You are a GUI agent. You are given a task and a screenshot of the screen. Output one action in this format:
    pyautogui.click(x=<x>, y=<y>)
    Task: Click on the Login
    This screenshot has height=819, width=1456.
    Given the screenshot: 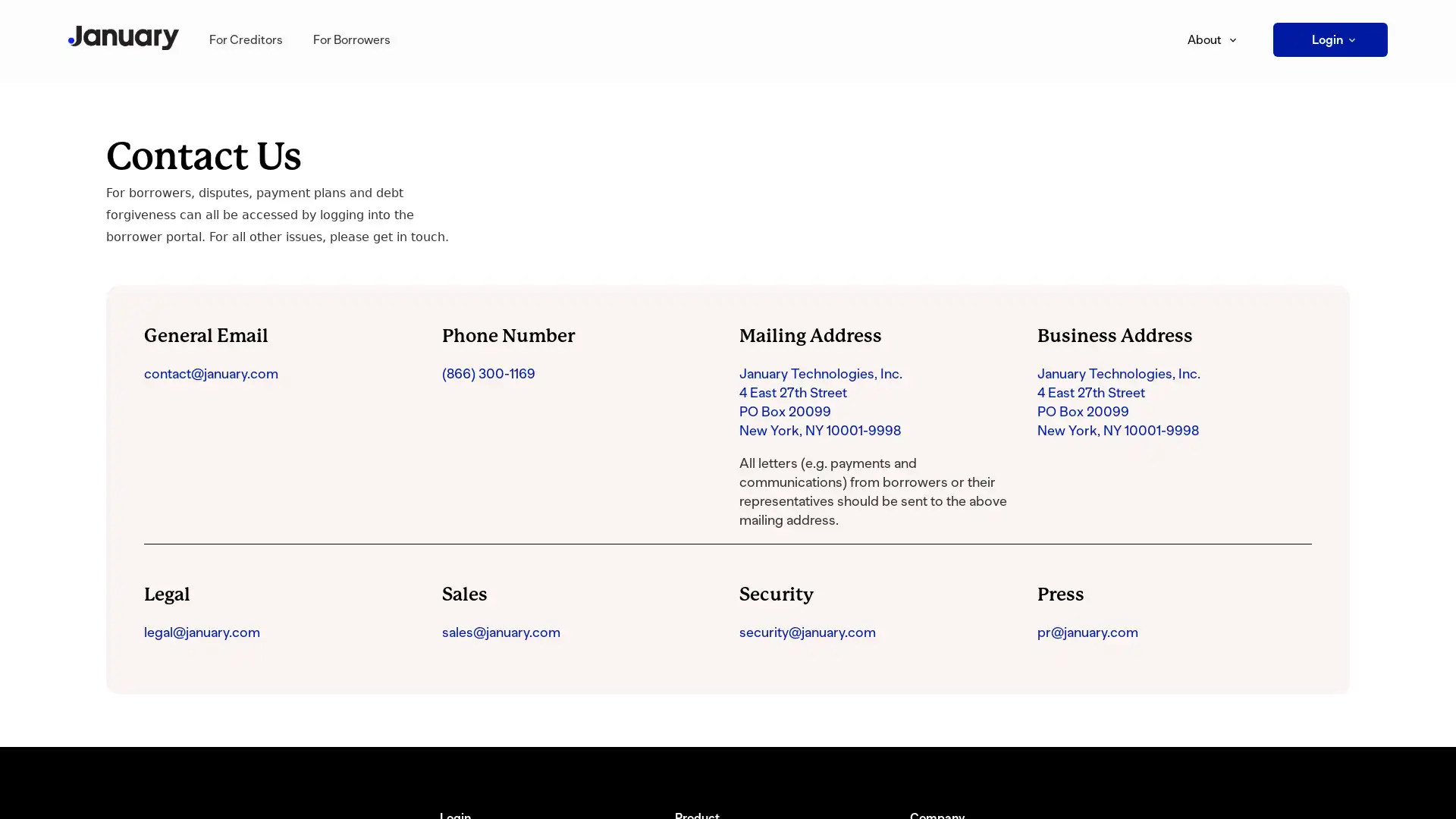 What is the action you would take?
    pyautogui.click(x=1329, y=39)
    